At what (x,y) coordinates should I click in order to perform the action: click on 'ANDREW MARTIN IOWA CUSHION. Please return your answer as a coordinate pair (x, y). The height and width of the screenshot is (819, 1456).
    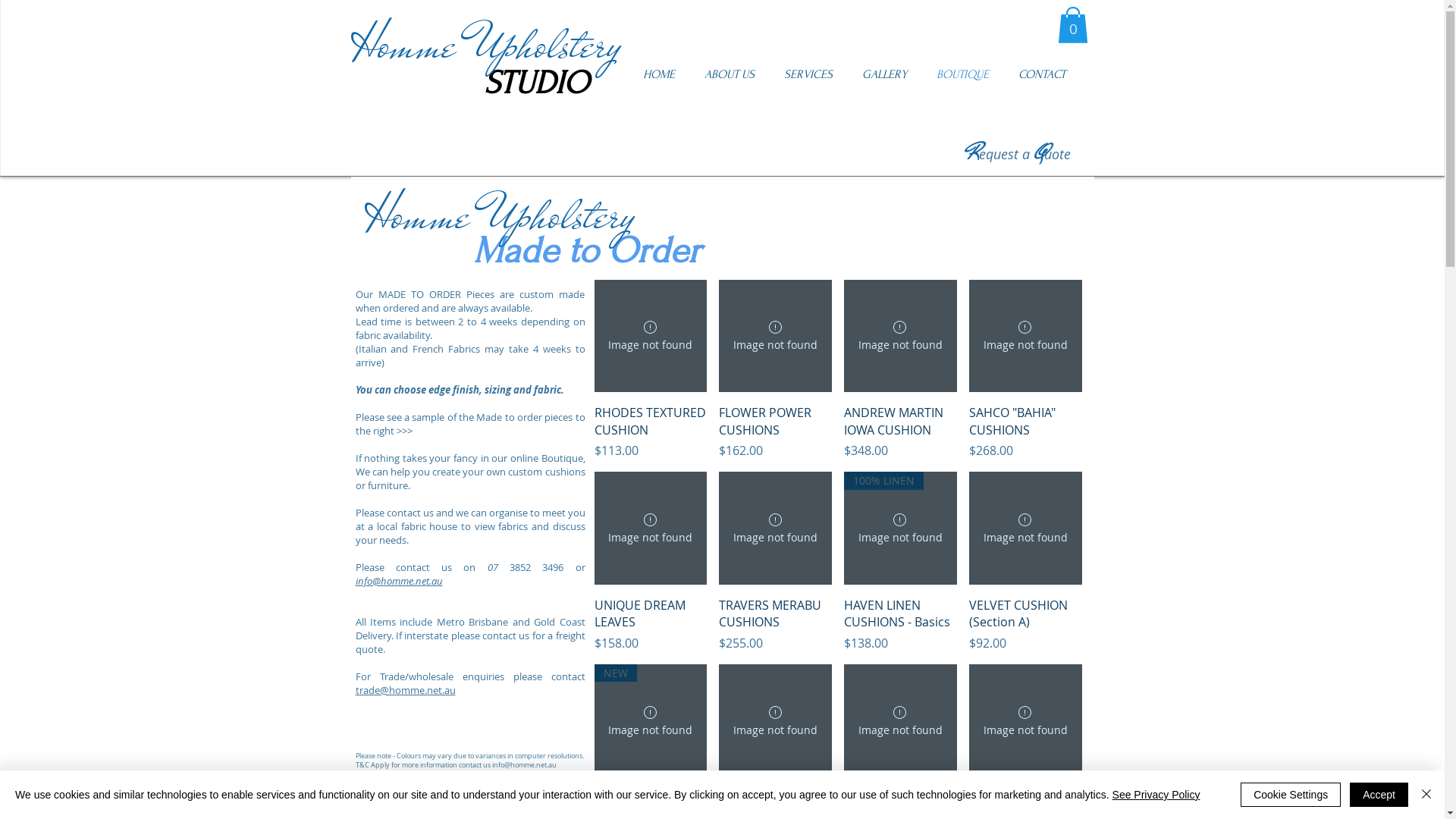
    Looking at the image, I should click on (900, 431).